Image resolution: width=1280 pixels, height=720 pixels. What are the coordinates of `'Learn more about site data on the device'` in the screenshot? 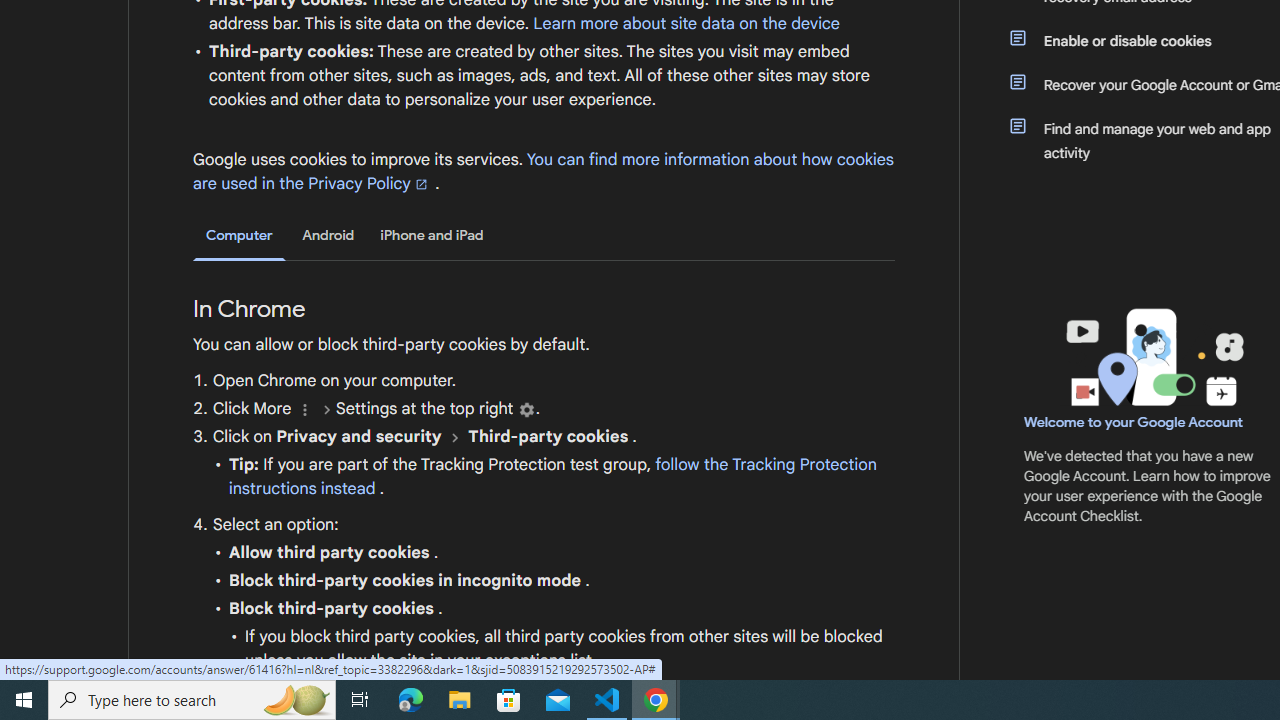 It's located at (686, 23).